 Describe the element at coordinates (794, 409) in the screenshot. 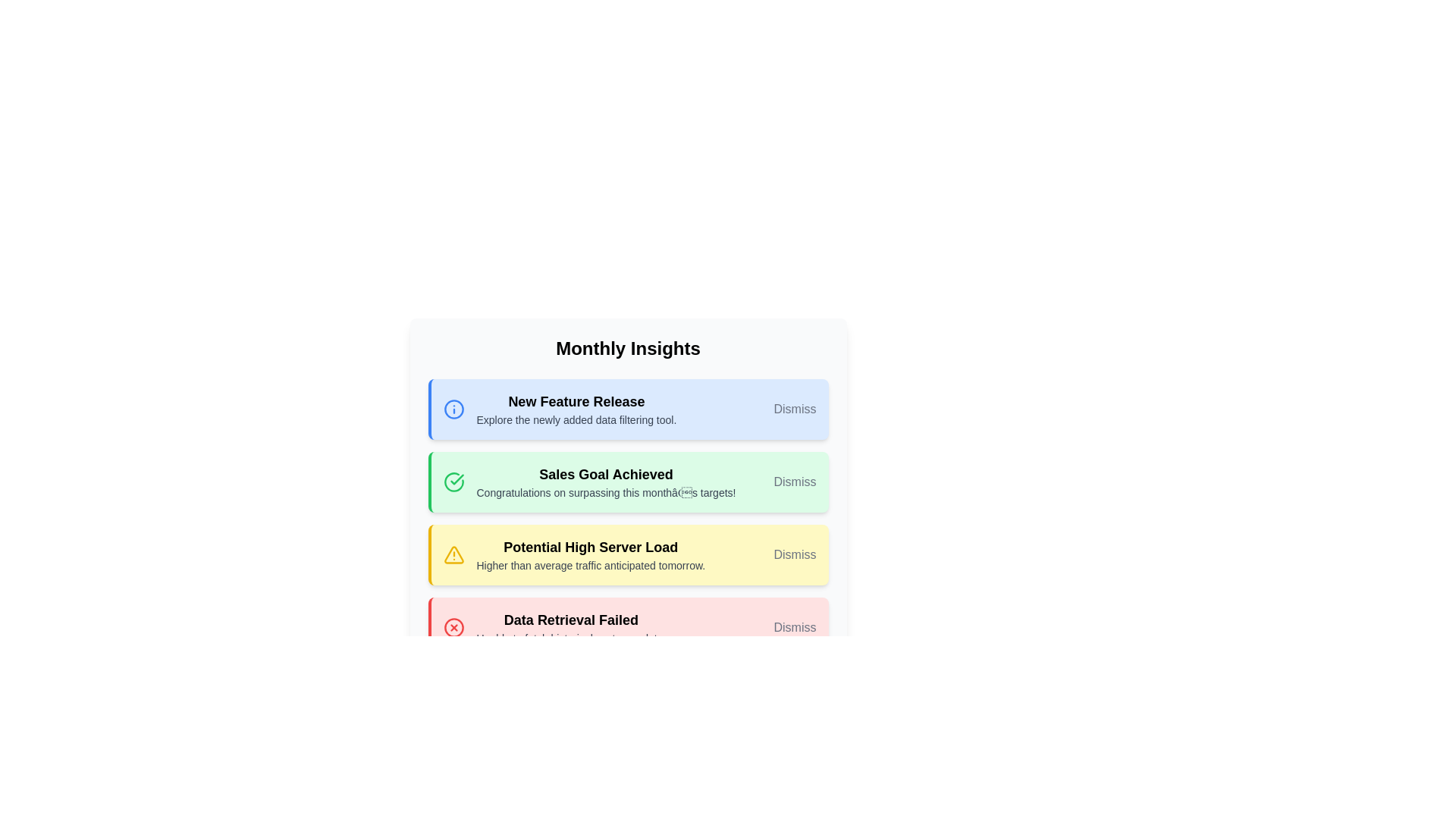

I see `the dismiss button located on the right side of the 'New Feature Release' notification panel` at that location.